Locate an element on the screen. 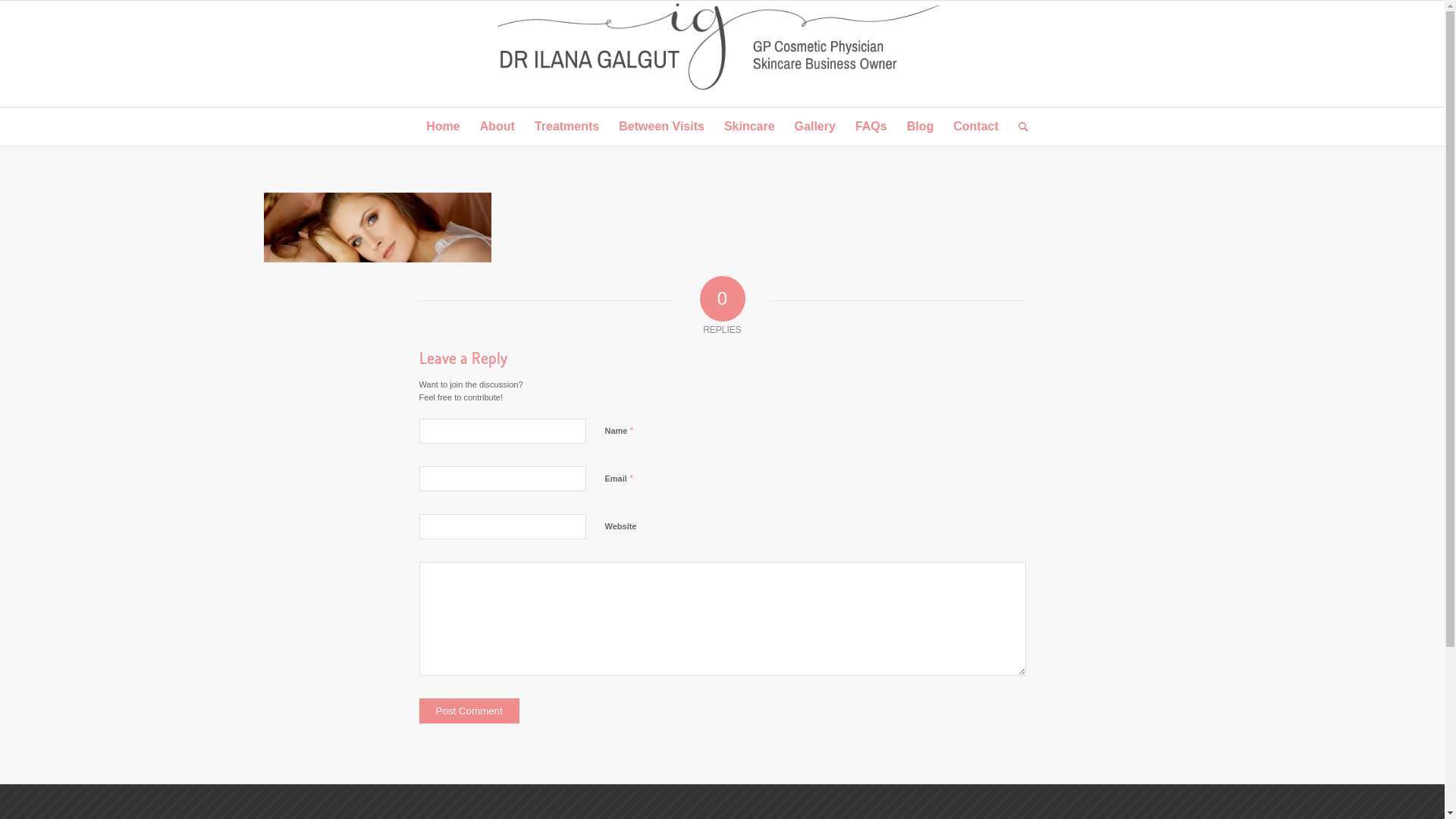 The width and height of the screenshot is (1456, 819). 'Gallery' is located at coordinates (814, 125).